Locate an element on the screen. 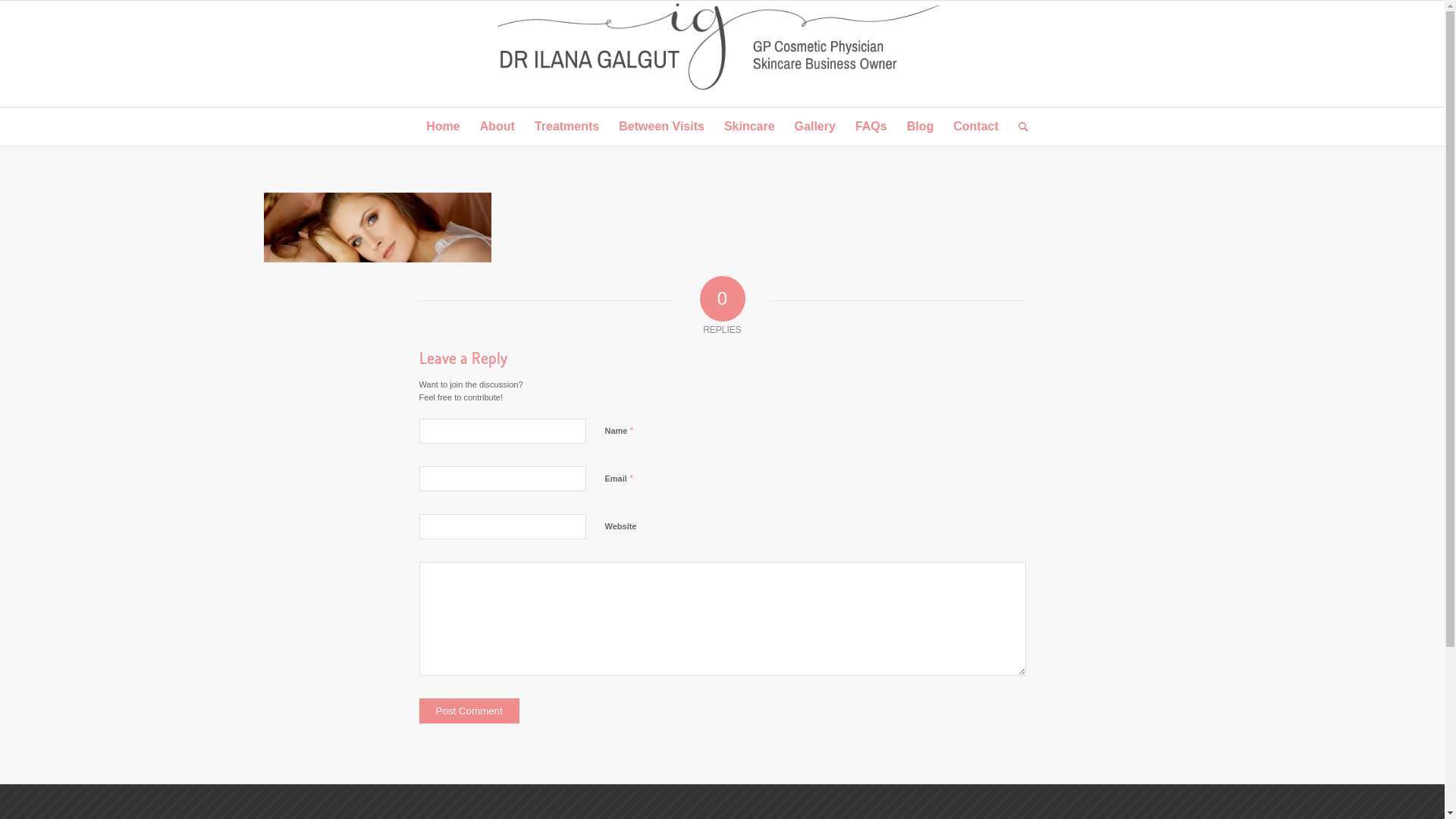 The width and height of the screenshot is (1456, 819). 'Gallery' is located at coordinates (814, 125).